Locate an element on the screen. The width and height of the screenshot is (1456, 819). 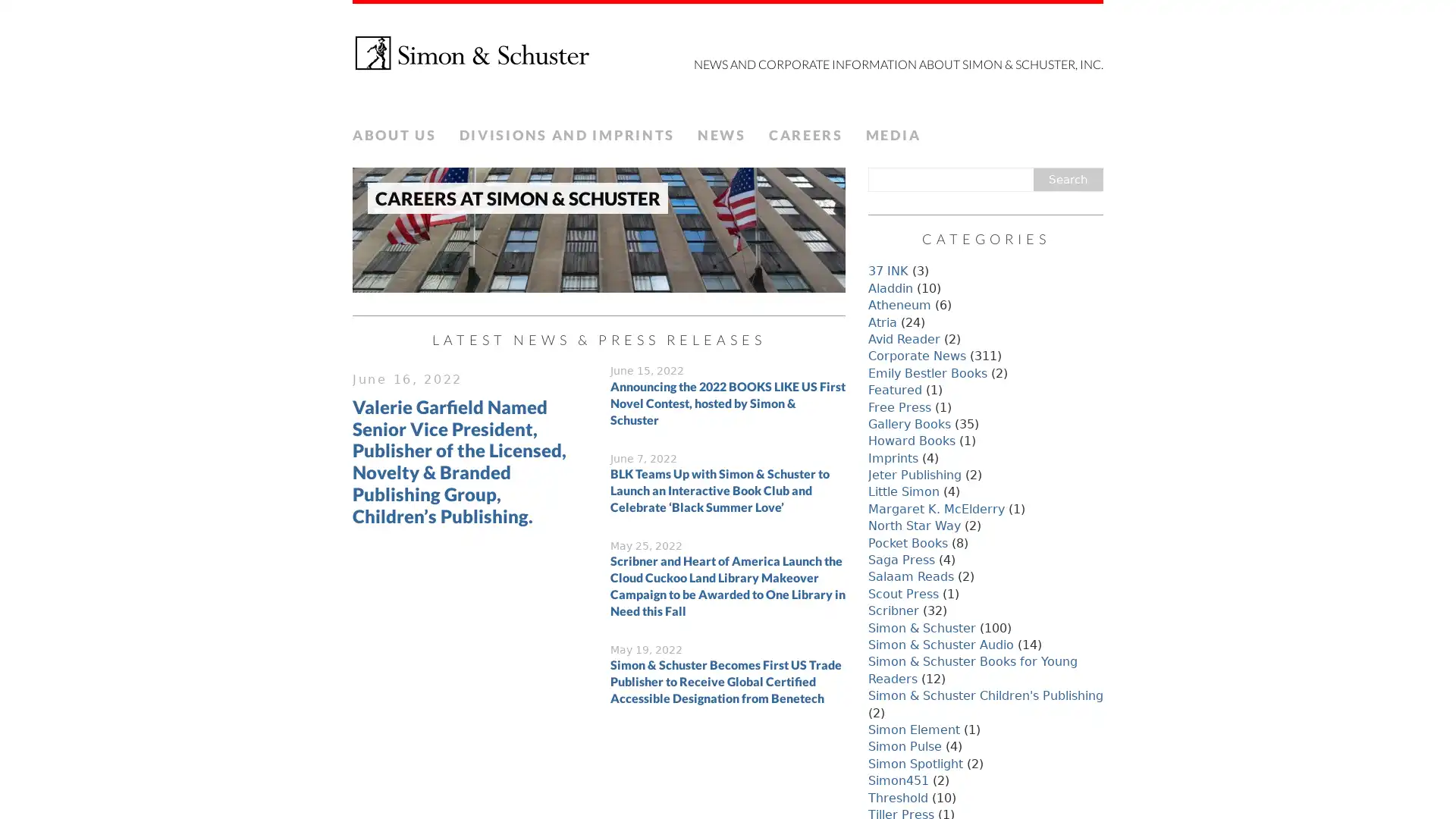
Search is located at coordinates (1067, 178).